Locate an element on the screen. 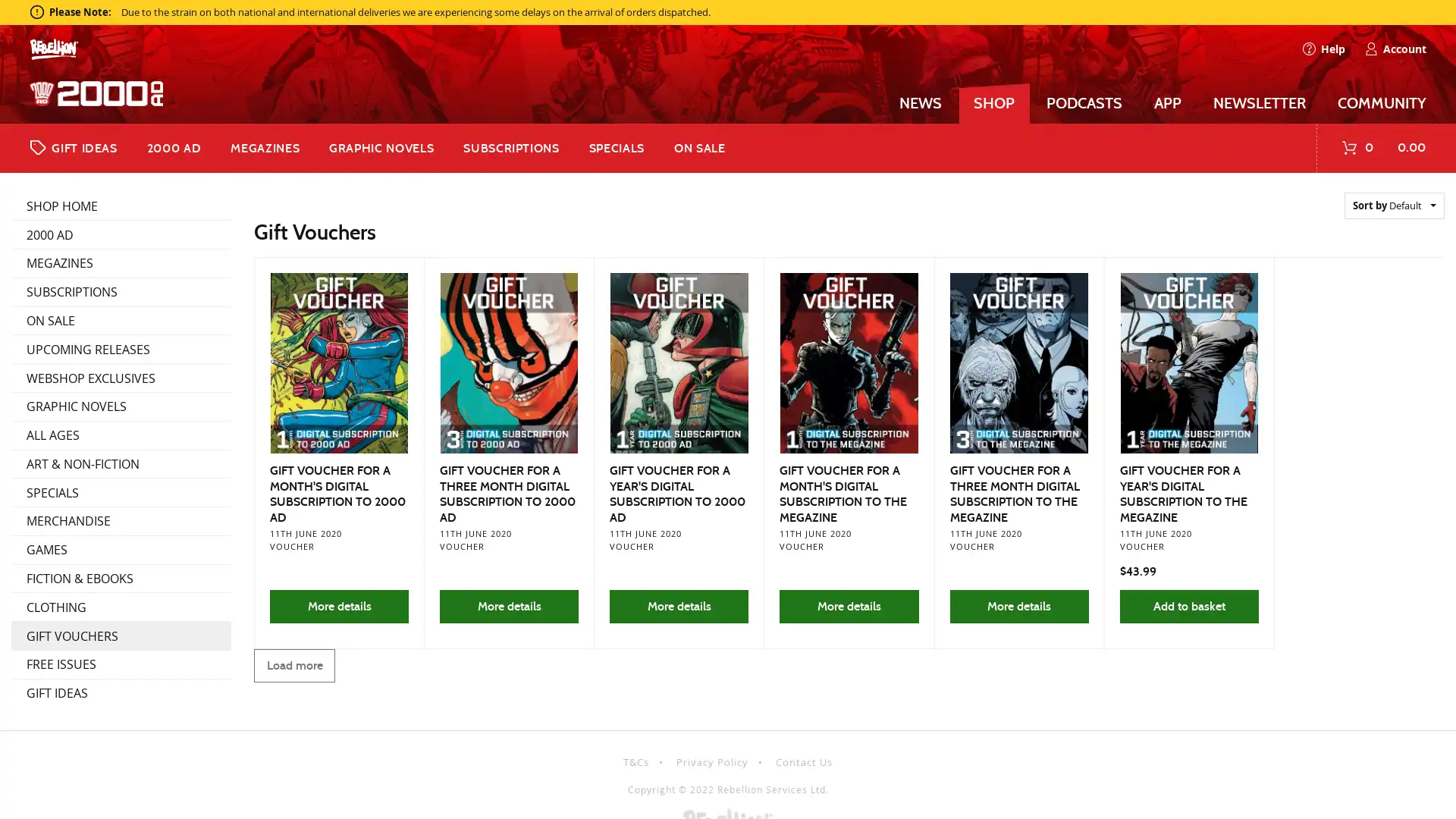 Image resolution: width=1456 pixels, height=819 pixels. More details is located at coordinates (1018, 605).